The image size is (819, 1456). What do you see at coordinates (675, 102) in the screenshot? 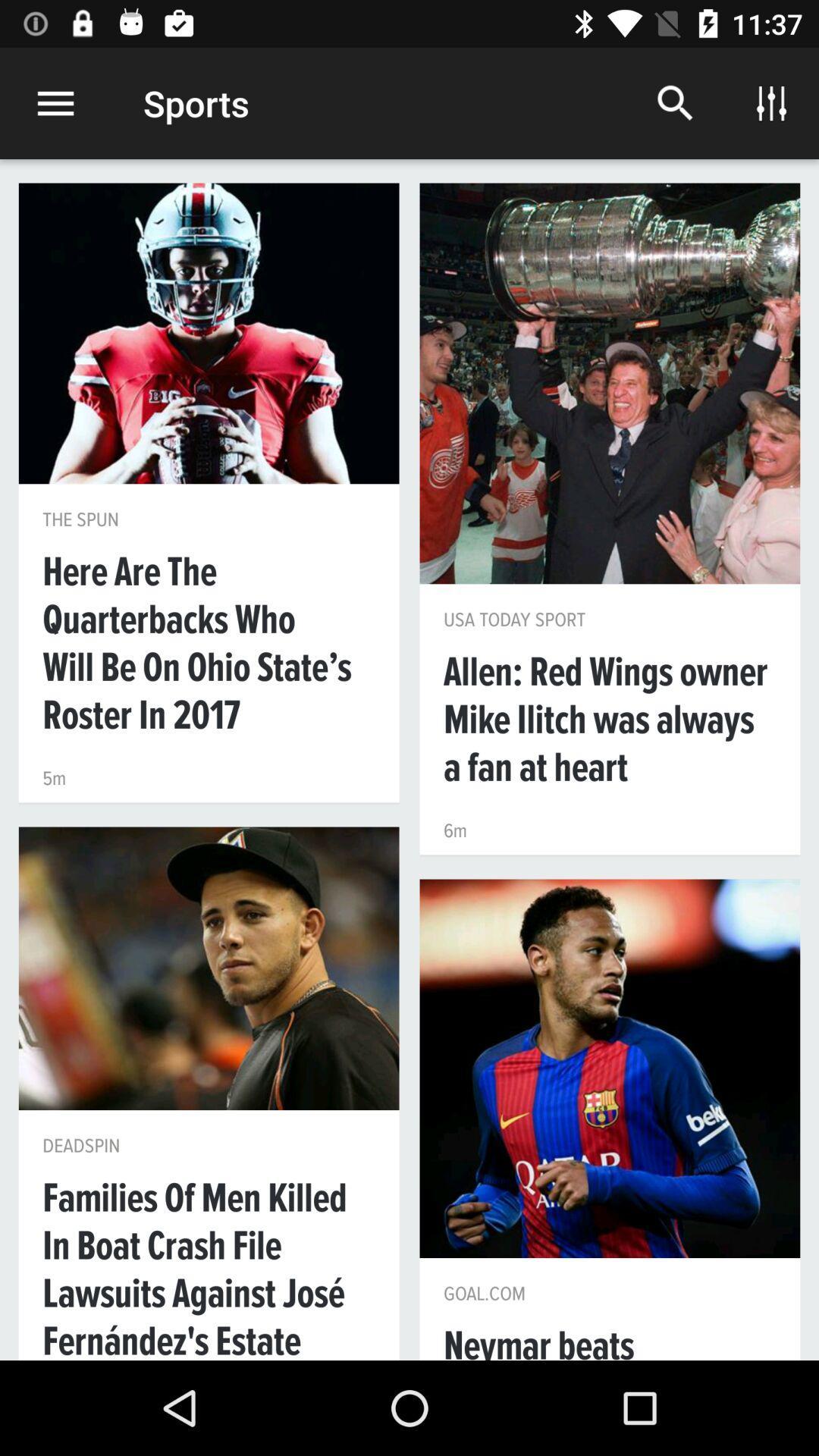
I see `item next to sports item` at bounding box center [675, 102].